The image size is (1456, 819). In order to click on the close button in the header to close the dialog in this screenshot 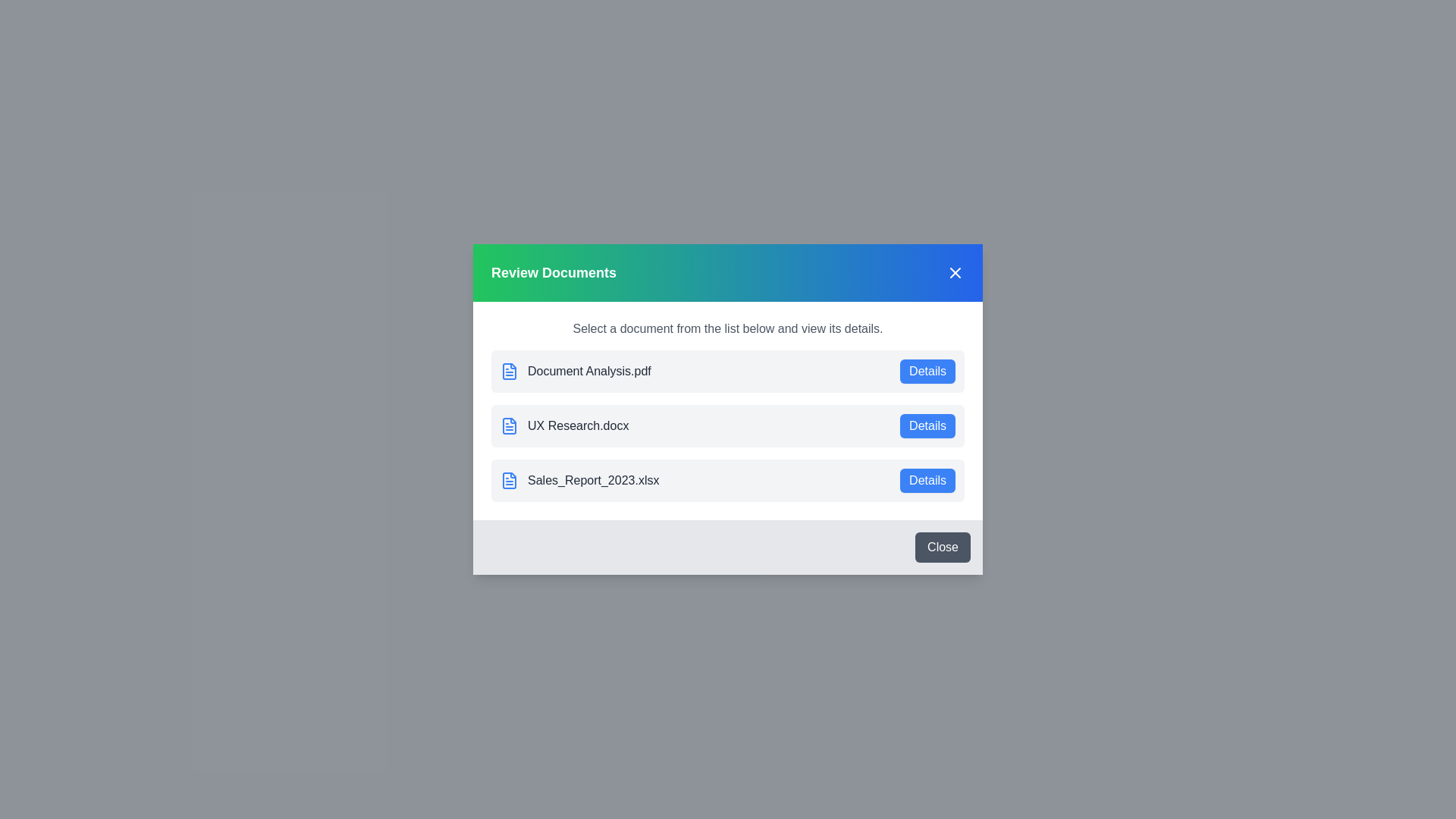, I will do `click(954, 271)`.